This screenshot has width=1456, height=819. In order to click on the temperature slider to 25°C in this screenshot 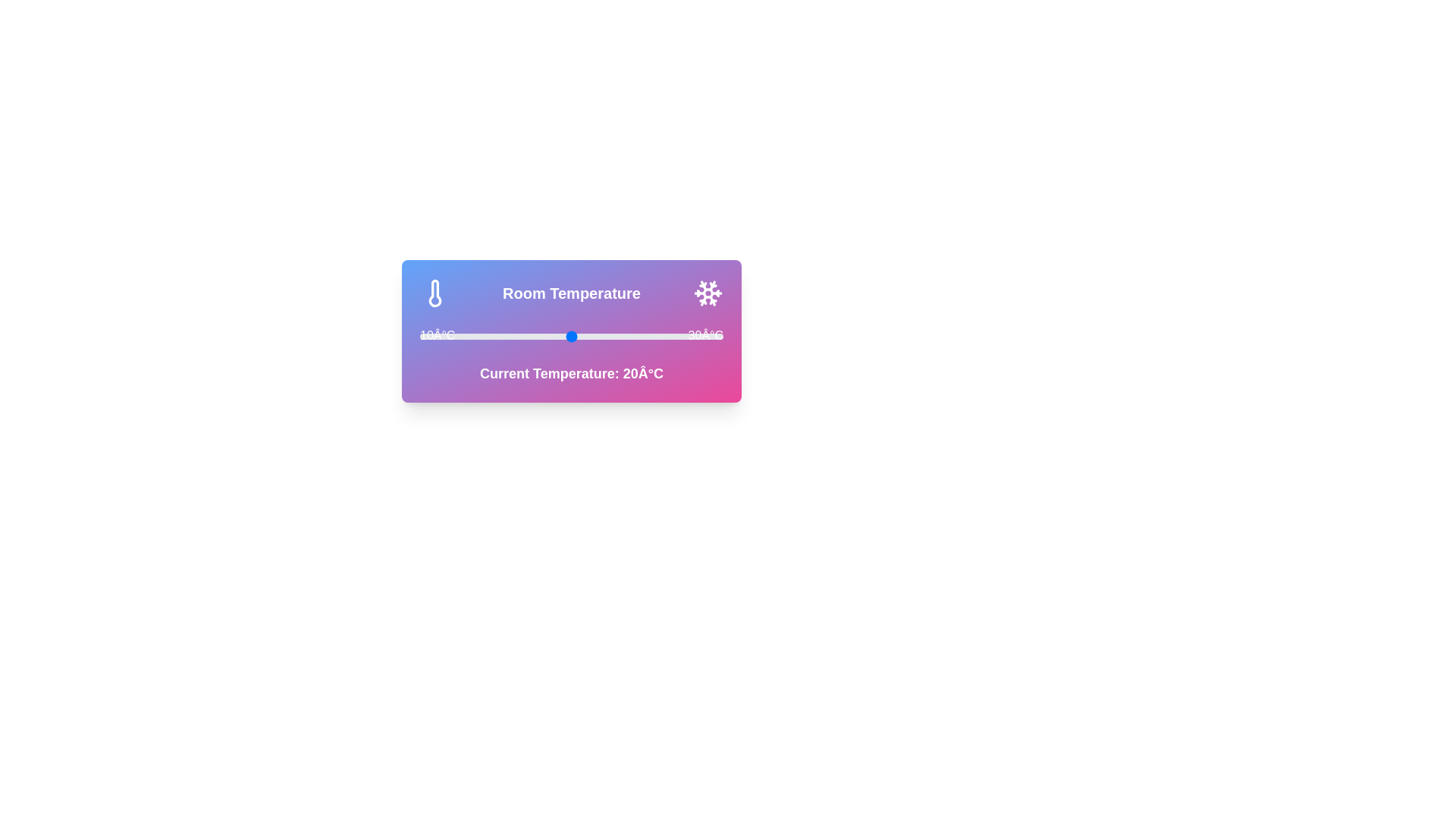, I will do `click(648, 335)`.